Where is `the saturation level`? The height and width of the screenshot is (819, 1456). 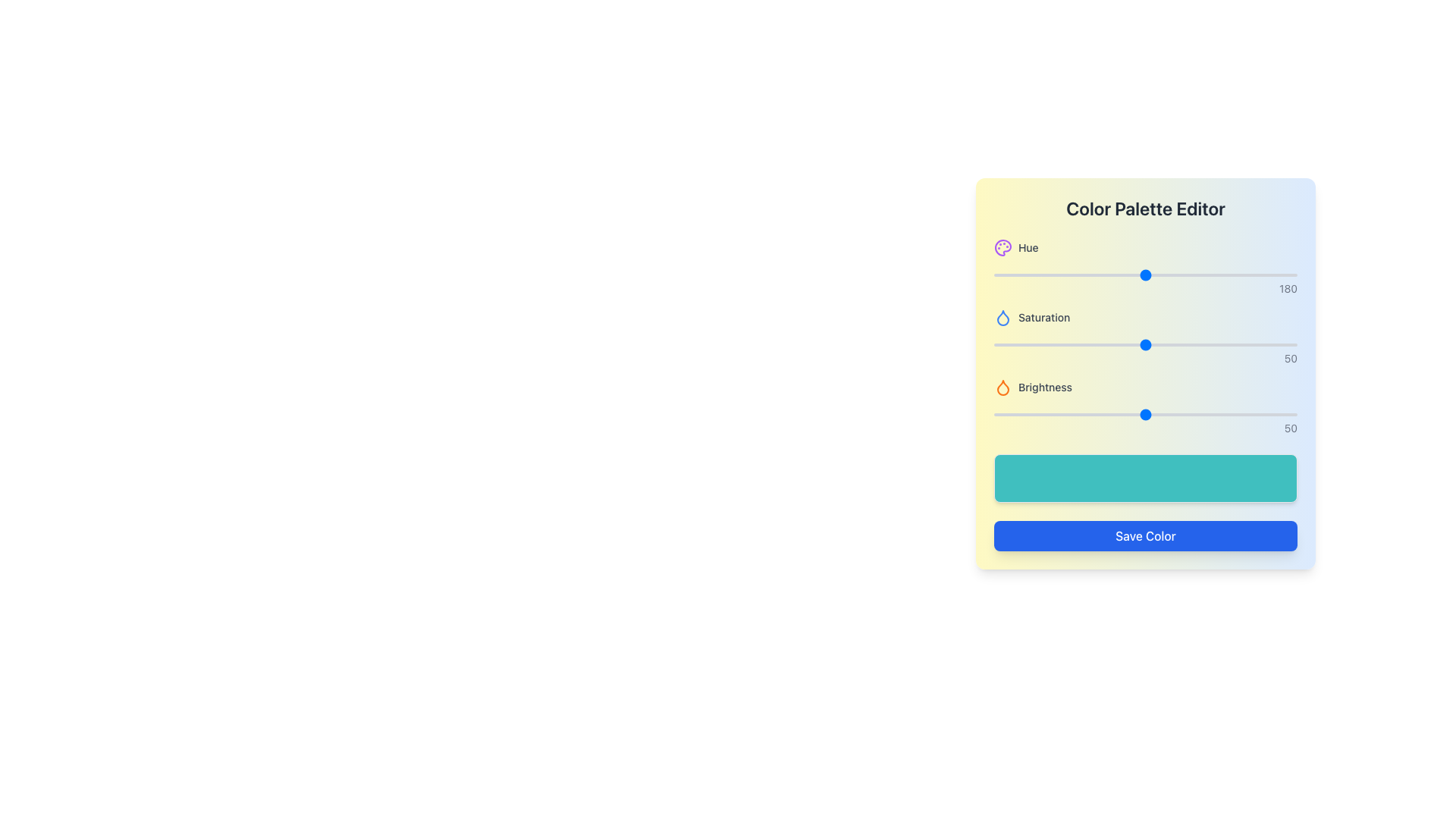
the saturation level is located at coordinates (1281, 345).